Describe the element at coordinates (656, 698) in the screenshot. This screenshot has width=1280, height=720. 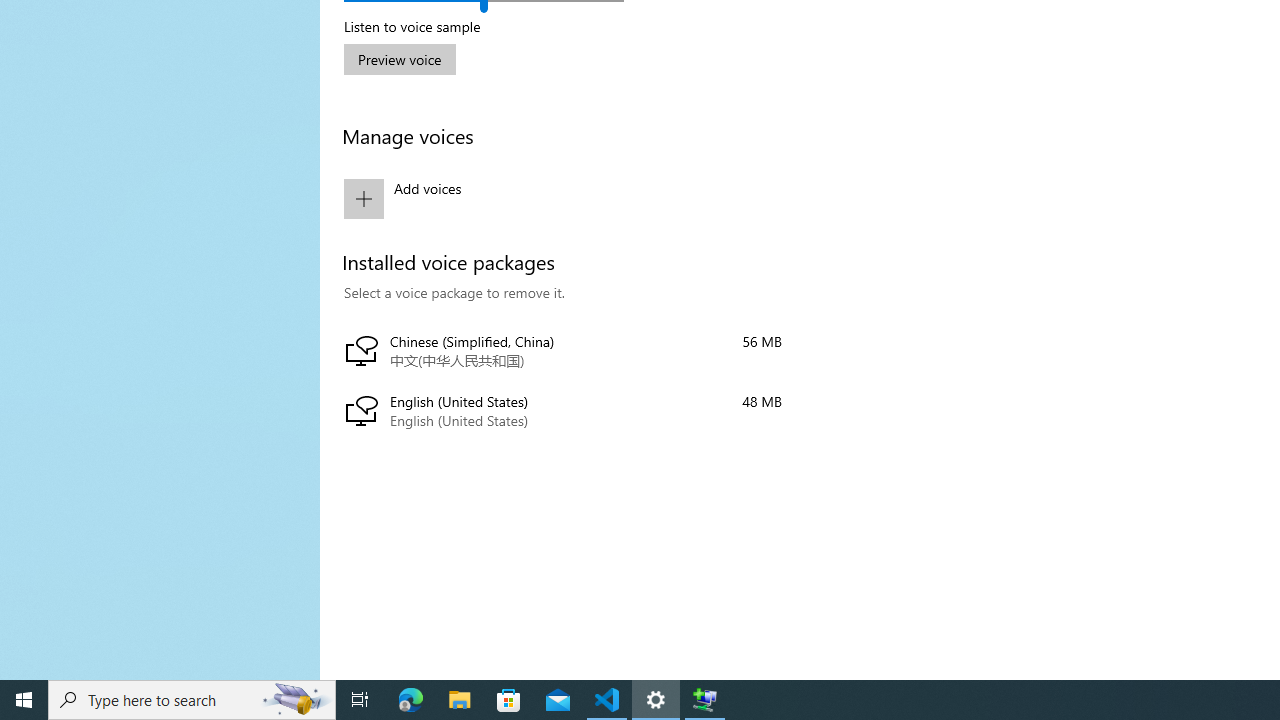
I see `'Settings - 1 running window'` at that location.